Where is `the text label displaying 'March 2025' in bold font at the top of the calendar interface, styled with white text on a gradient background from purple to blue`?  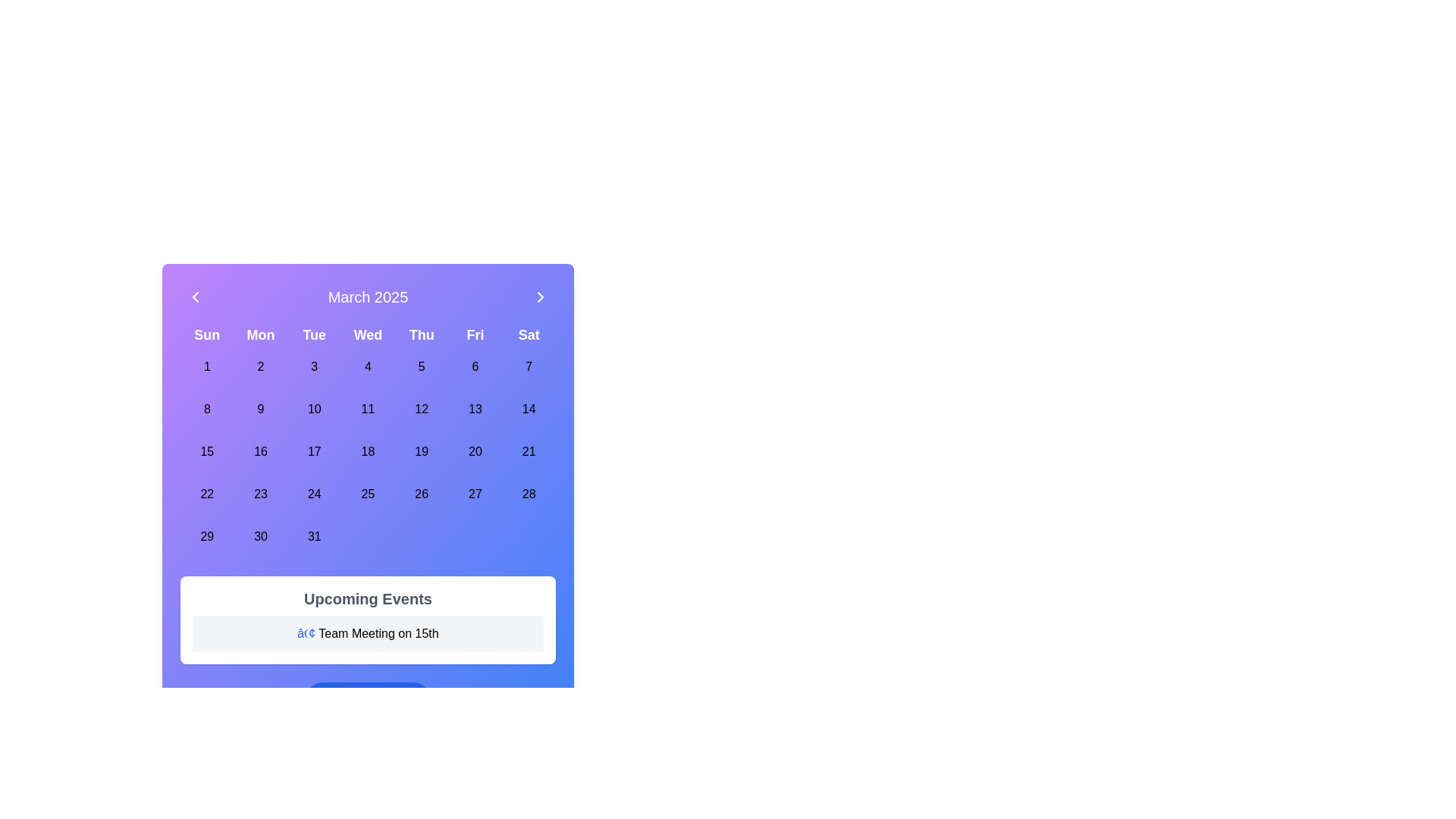
the text label displaying 'March 2025' in bold font at the top of the calendar interface, styled with white text on a gradient background from purple to blue is located at coordinates (368, 297).